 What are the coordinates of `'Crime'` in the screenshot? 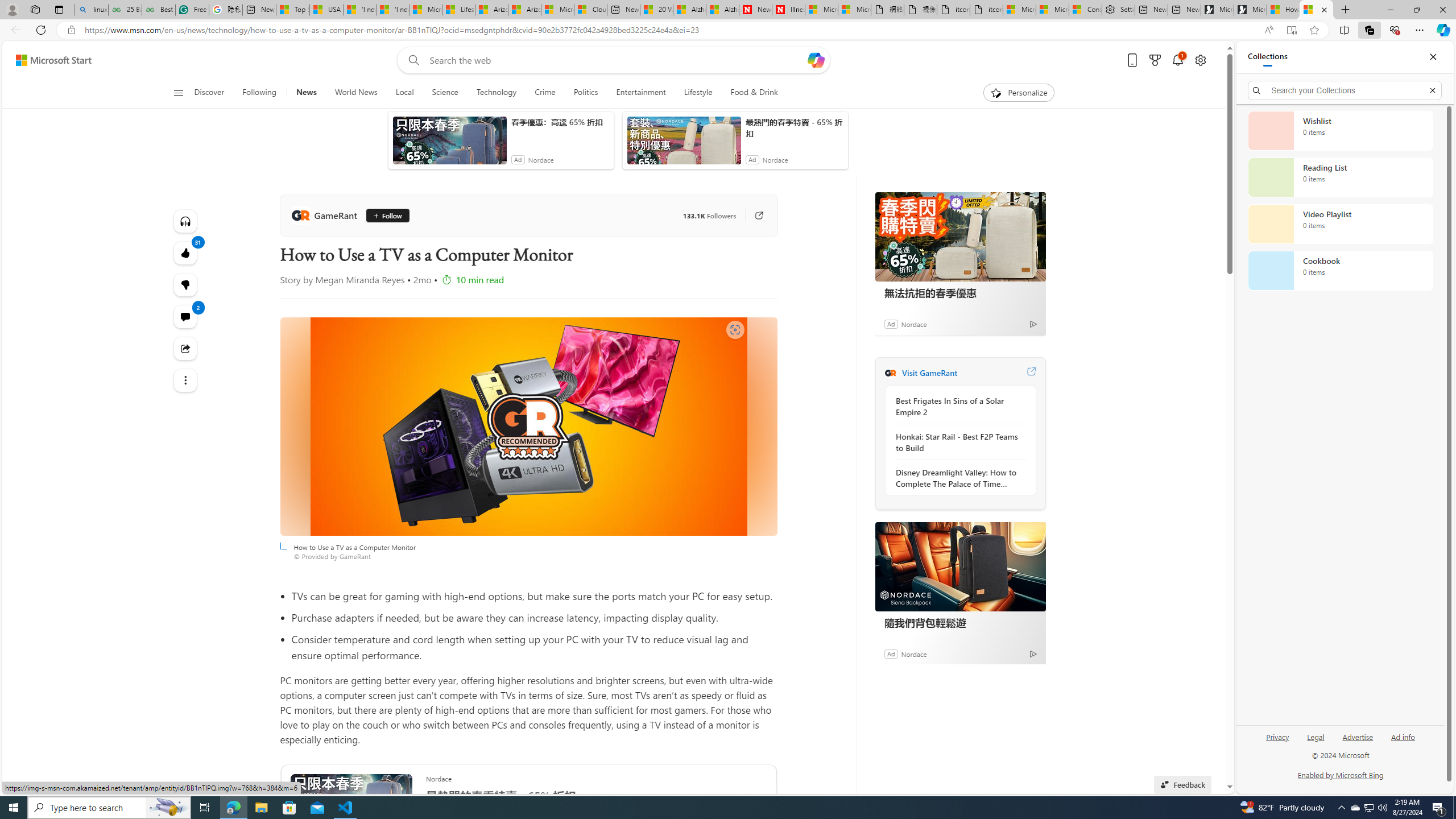 It's located at (544, 92).